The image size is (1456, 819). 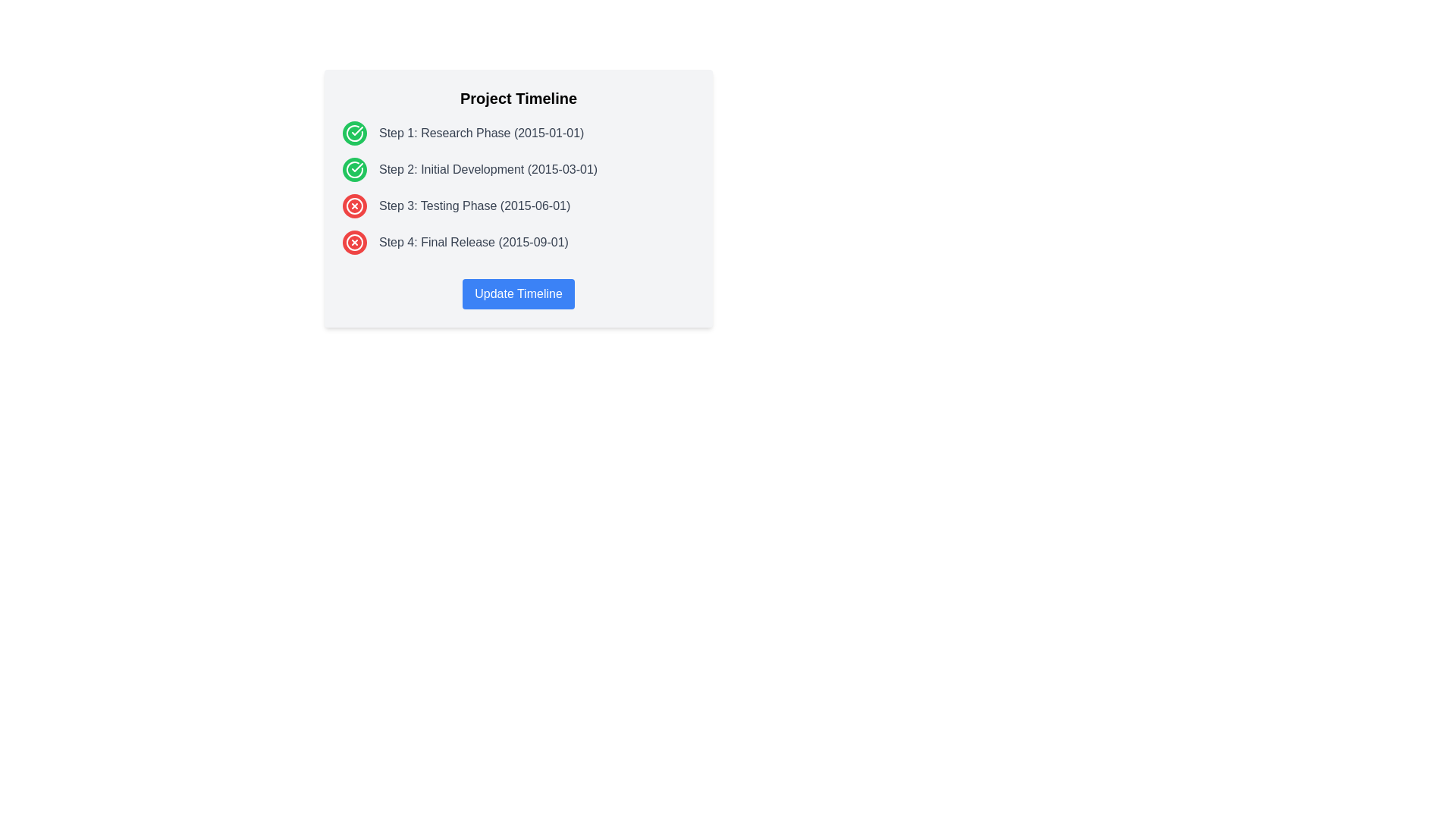 What do you see at coordinates (519, 133) in the screenshot?
I see `the first list item component in the 'Project Timeline' section, which contains a green circular icon with a check mark and the text 'Step 1: Research Phase (2015-01-01)'` at bounding box center [519, 133].